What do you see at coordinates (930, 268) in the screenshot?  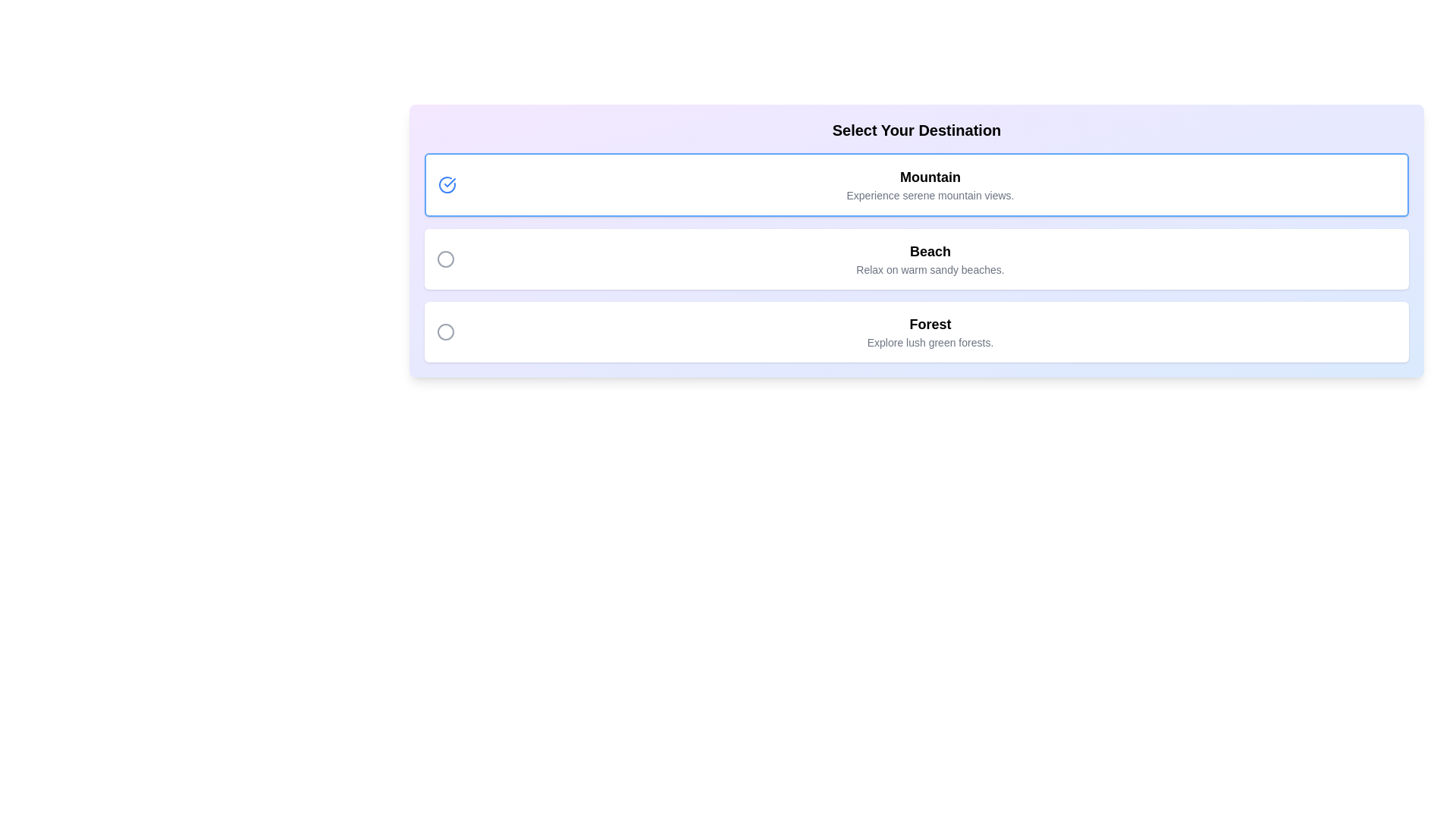 I see `the text label that reads 'Relax on warm sandy beaches.' located directly beneath the bold 'Beach' heading in the interface` at bounding box center [930, 268].